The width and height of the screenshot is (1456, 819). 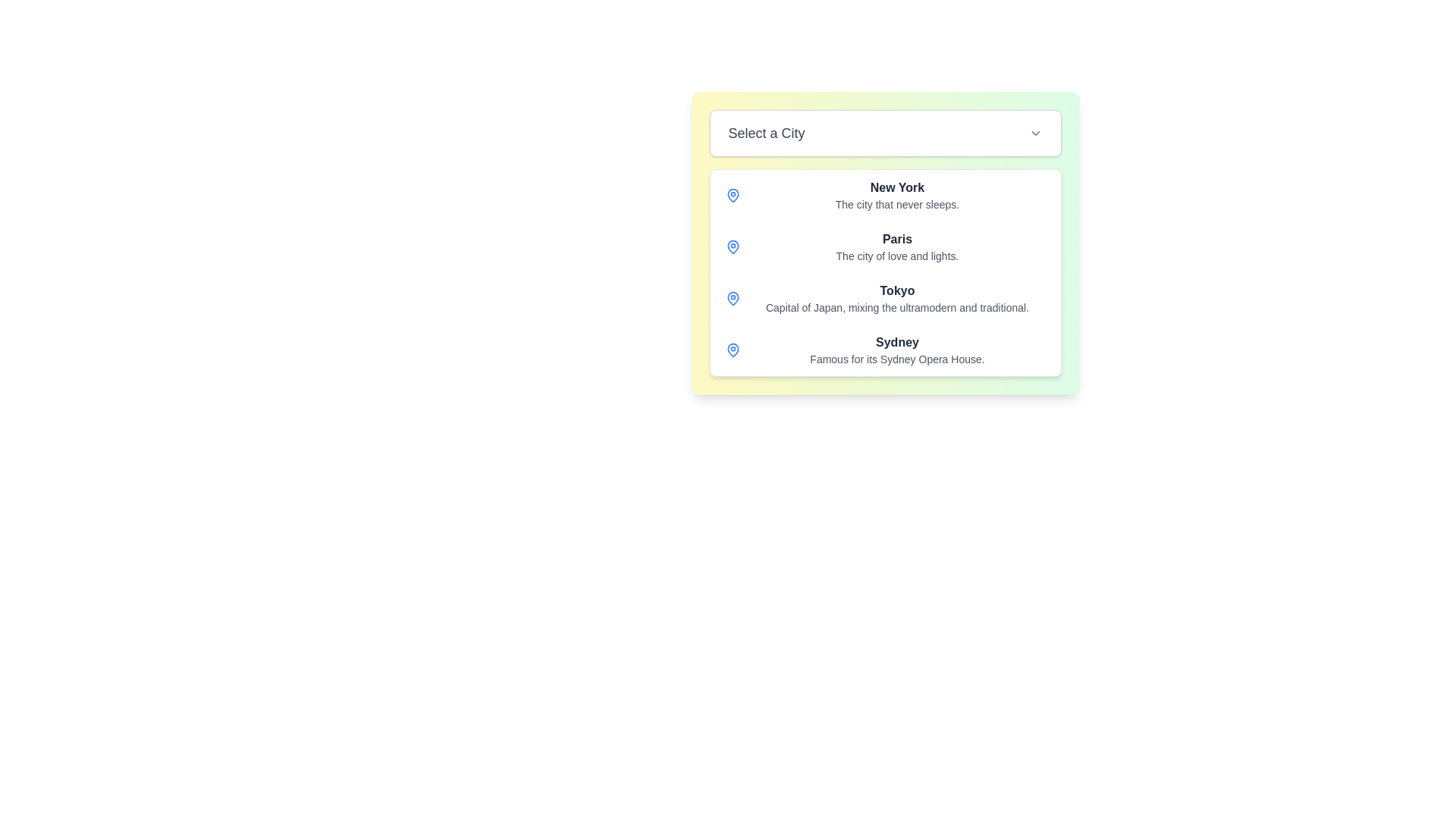 I want to click on the text display that reads 'Capital of Japan, mixing the ultramodern and traditional.' located beneath the bold title 'Tokyo' in the third list item of the dropdown menu labeled 'Select a City.', so click(x=897, y=307).